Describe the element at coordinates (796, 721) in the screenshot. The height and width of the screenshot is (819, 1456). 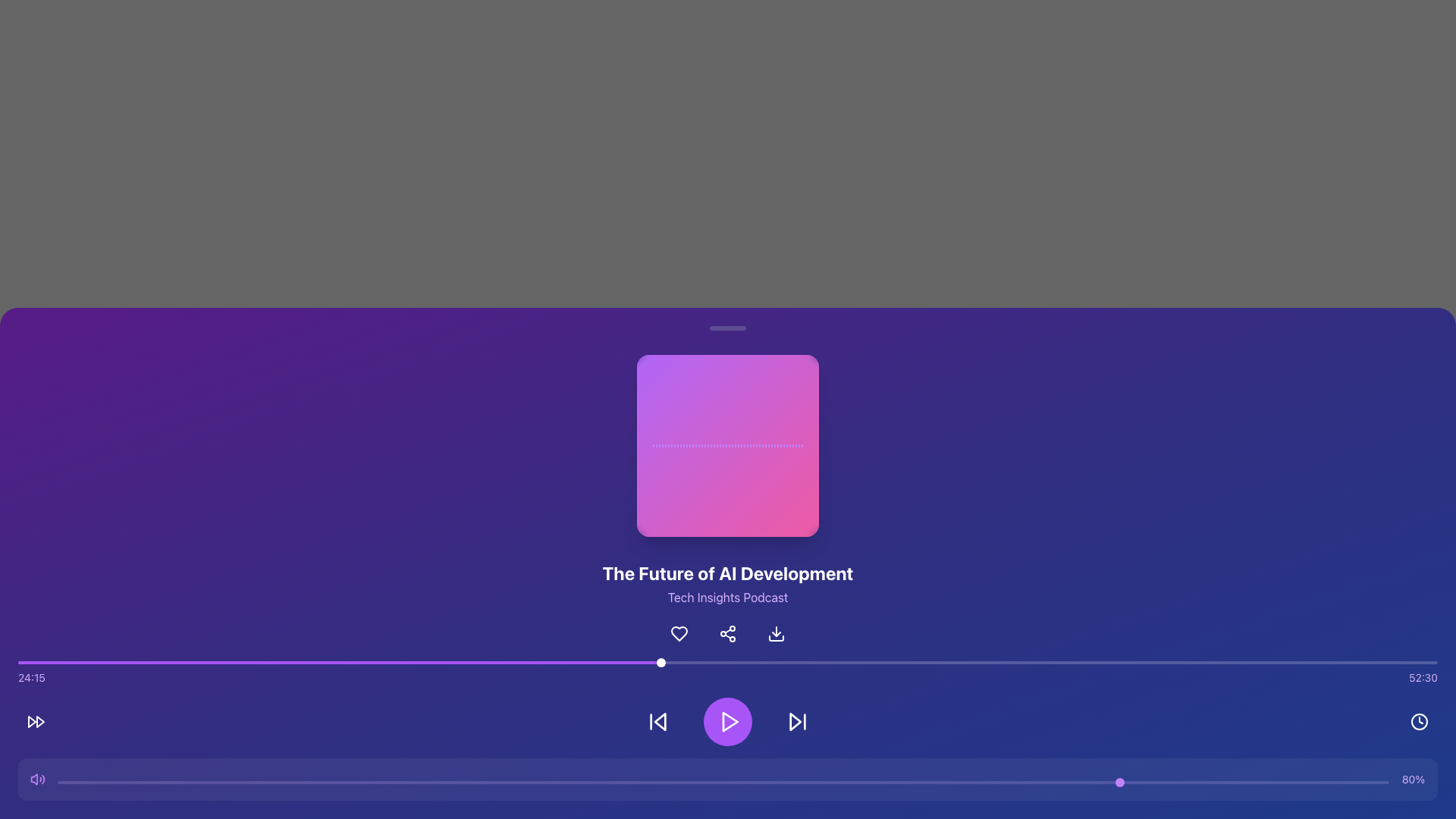
I see `the skip forward icon button located at the bottom center of the interface, specifically to the right of the central play button` at that location.